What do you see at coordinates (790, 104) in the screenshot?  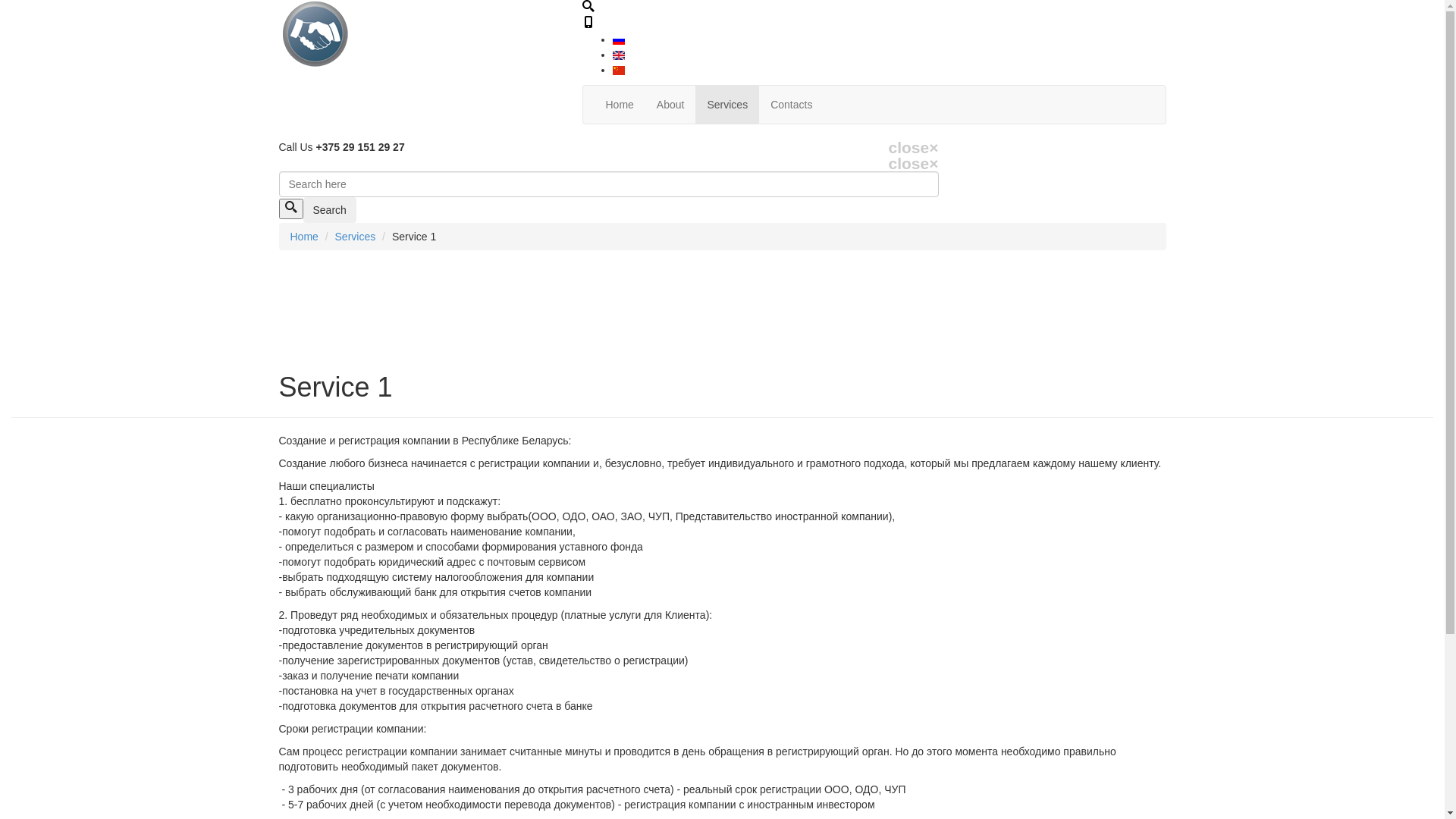 I see `'Contacts'` at bounding box center [790, 104].